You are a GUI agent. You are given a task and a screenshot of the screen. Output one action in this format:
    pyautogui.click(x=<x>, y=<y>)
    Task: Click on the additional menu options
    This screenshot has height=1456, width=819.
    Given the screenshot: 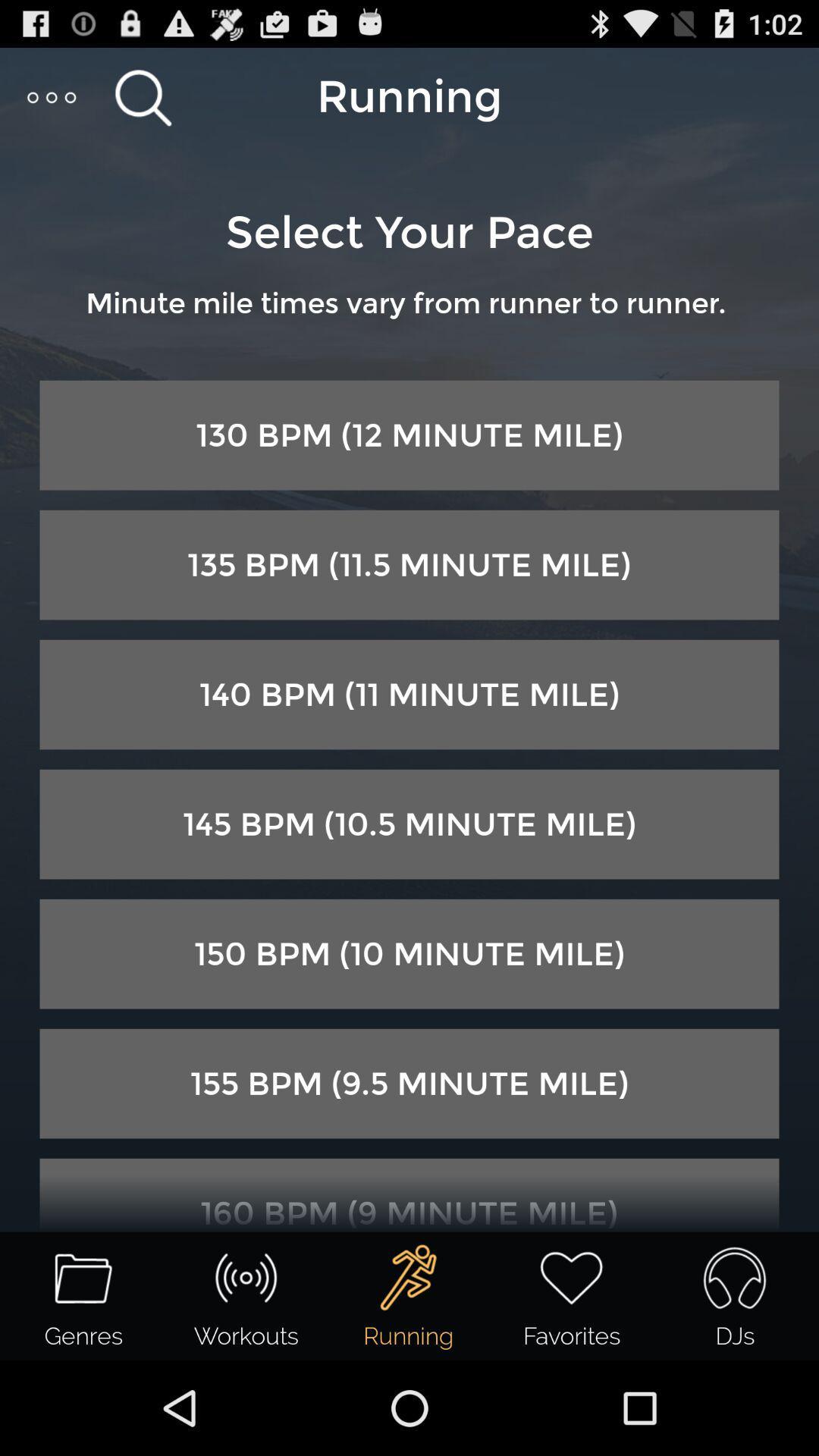 What is the action you would take?
    pyautogui.click(x=52, y=96)
    